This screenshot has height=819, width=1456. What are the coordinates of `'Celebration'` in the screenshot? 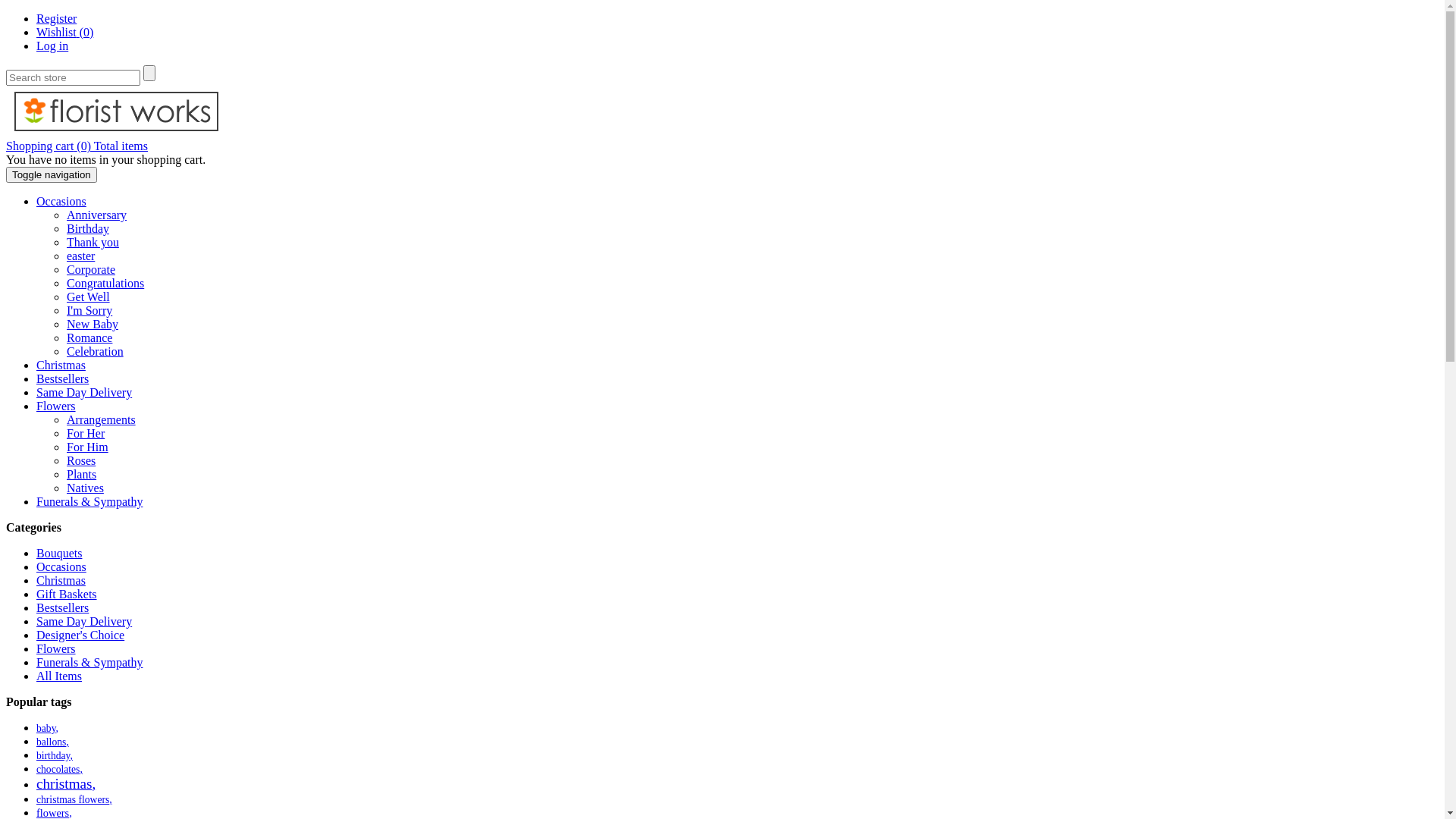 It's located at (94, 351).